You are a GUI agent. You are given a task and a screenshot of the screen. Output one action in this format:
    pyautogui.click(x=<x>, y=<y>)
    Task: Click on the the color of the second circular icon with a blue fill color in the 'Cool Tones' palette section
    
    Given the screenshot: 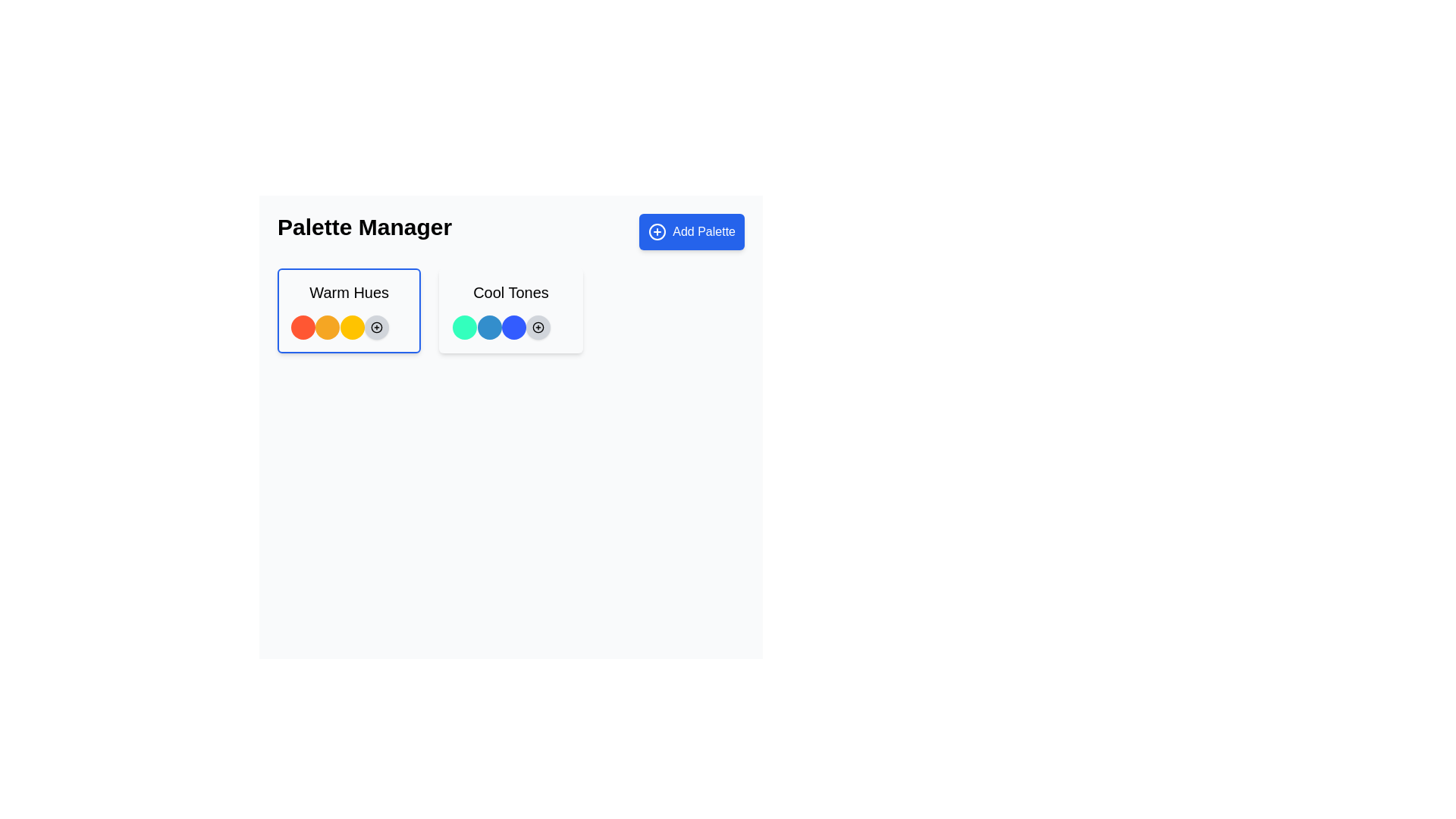 What is the action you would take?
    pyautogui.click(x=489, y=327)
    